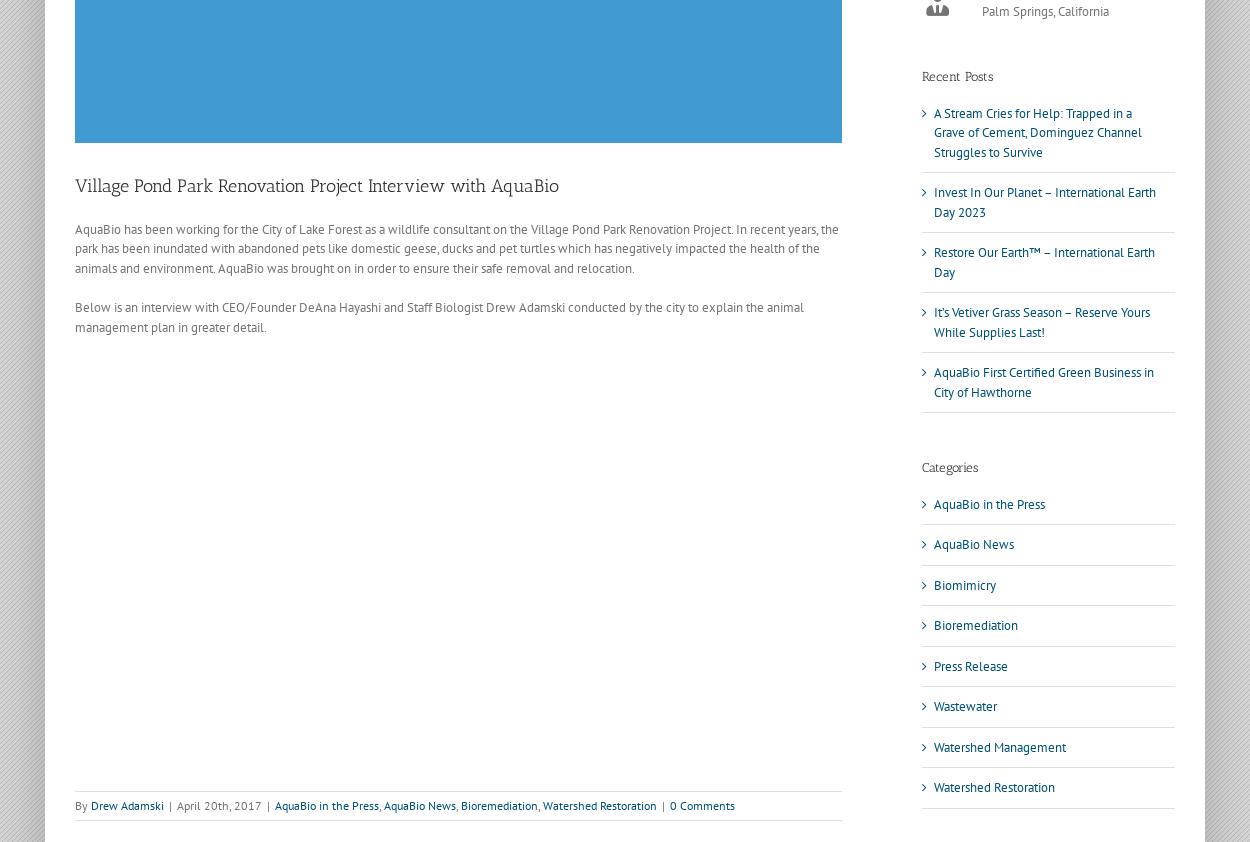  I want to click on 'Drew Adamski', so click(127, 805).